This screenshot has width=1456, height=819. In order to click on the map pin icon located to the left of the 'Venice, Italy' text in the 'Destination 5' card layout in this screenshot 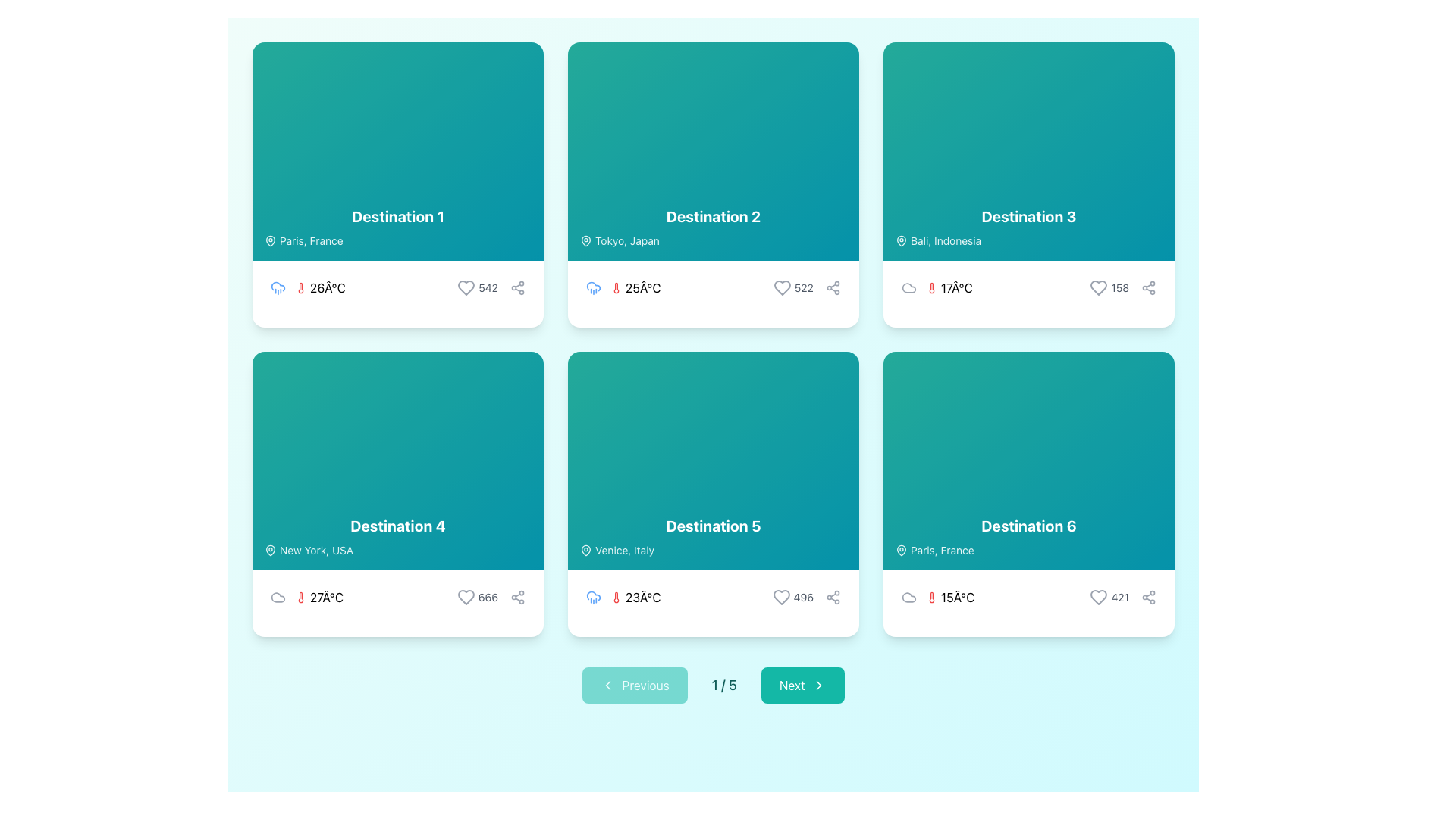, I will do `click(585, 550)`.